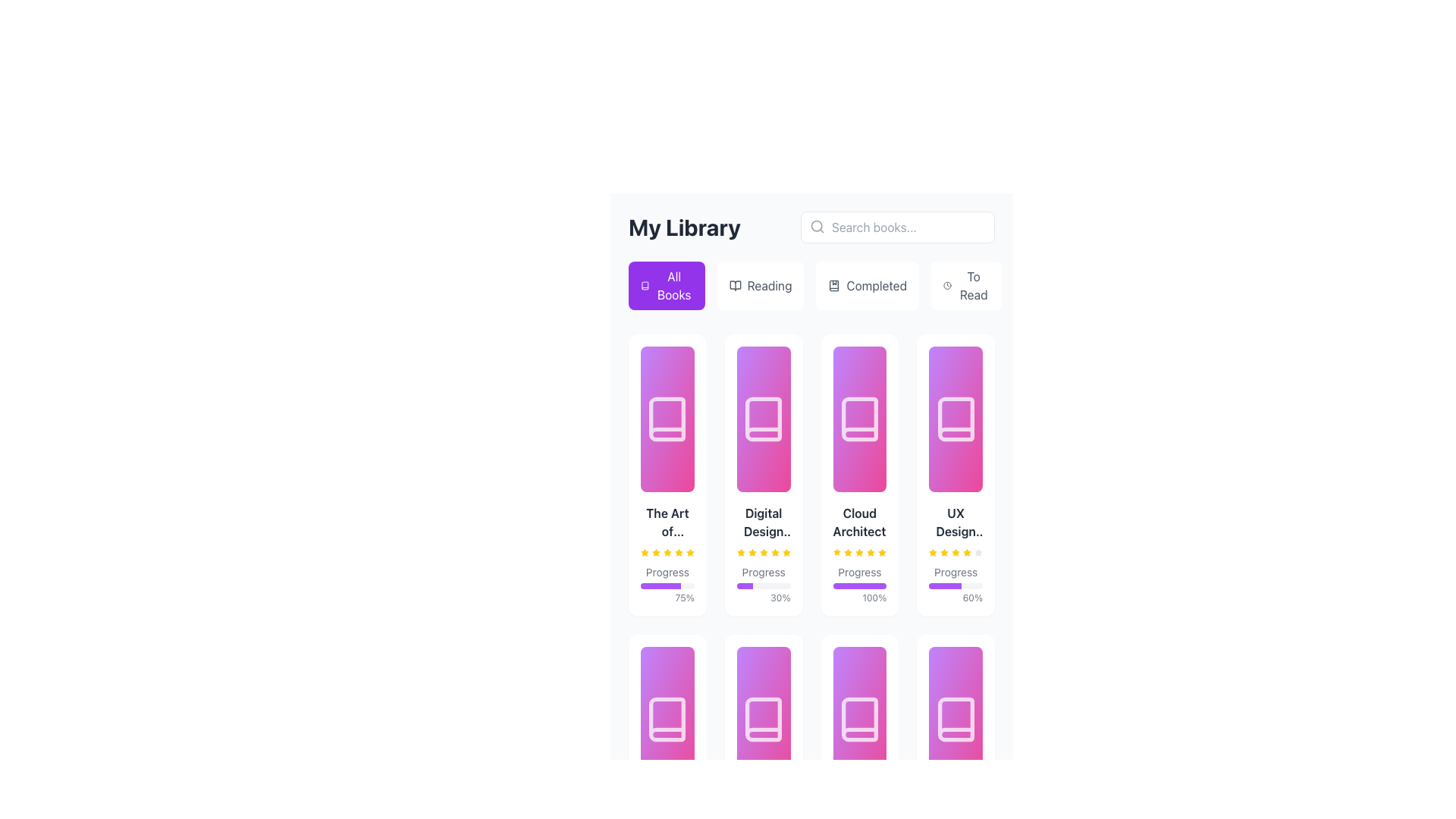 The image size is (1456, 819). Describe the element at coordinates (673, 286) in the screenshot. I see `the first navigation option in the library-like interface` at that location.